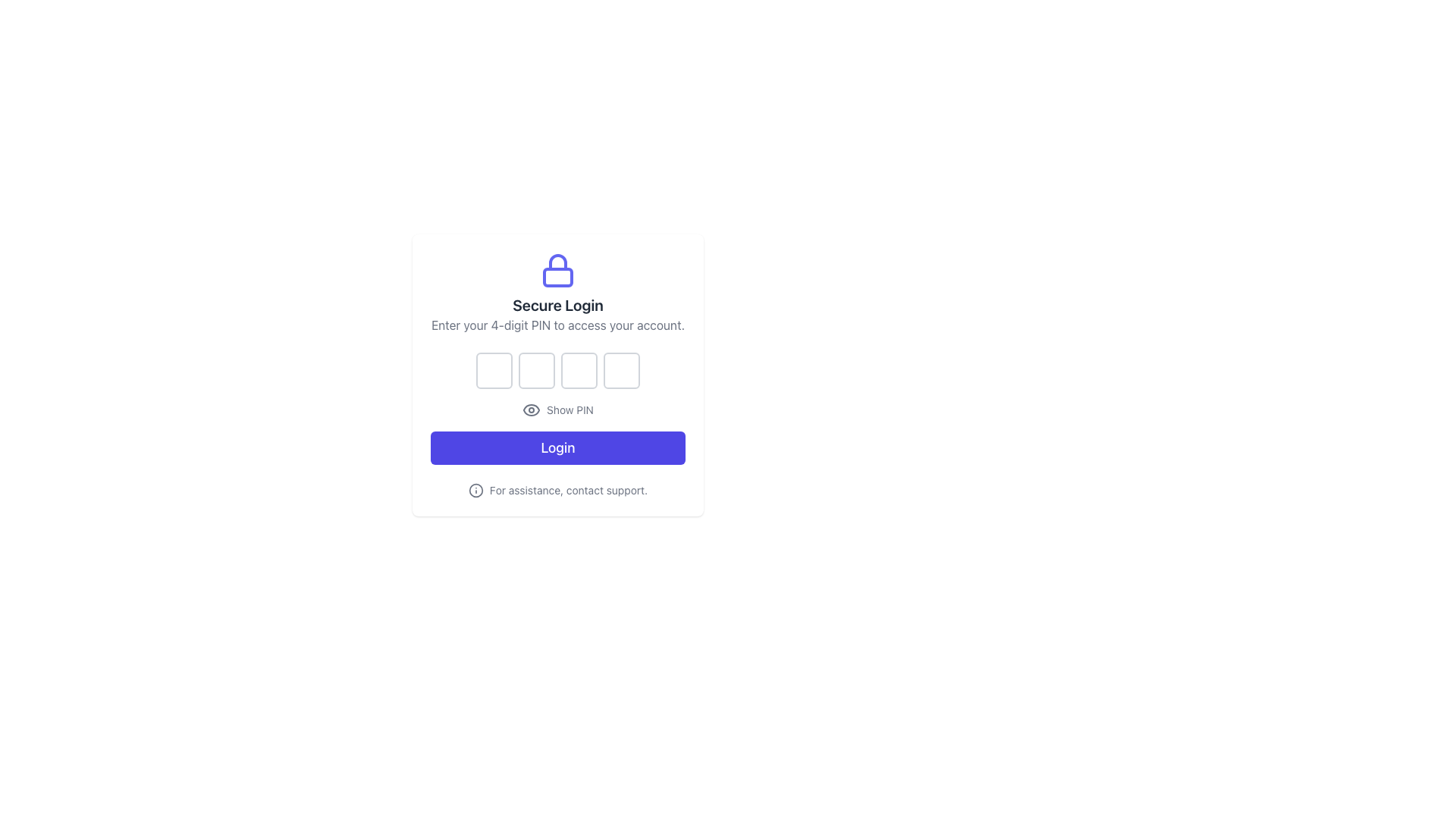 The width and height of the screenshot is (1456, 819). What do you see at coordinates (557, 447) in the screenshot?
I see `the submission button for the login operation` at bounding box center [557, 447].